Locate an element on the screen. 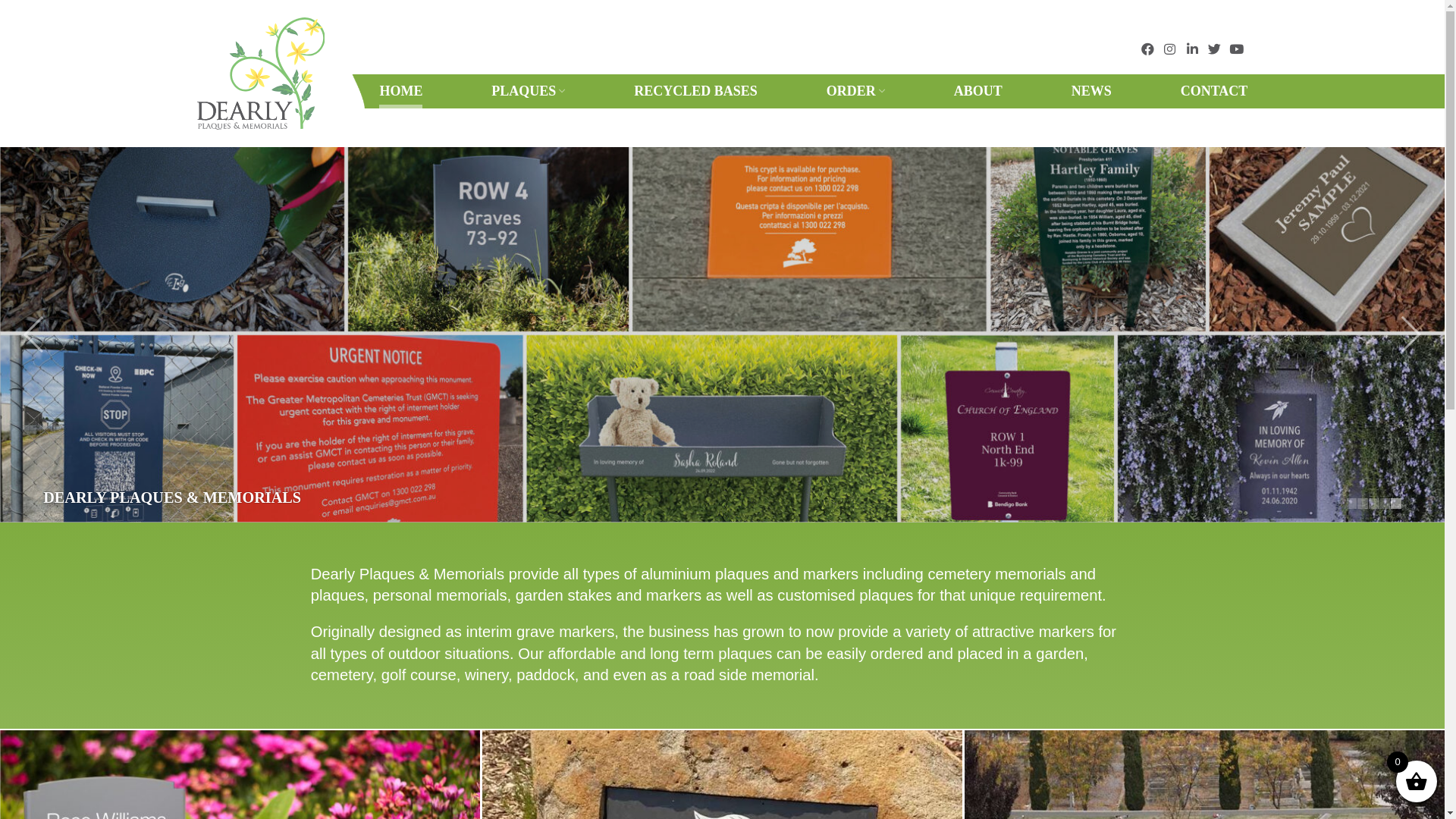 The height and width of the screenshot is (819, 1456). '5' is located at coordinates (1390, 503).